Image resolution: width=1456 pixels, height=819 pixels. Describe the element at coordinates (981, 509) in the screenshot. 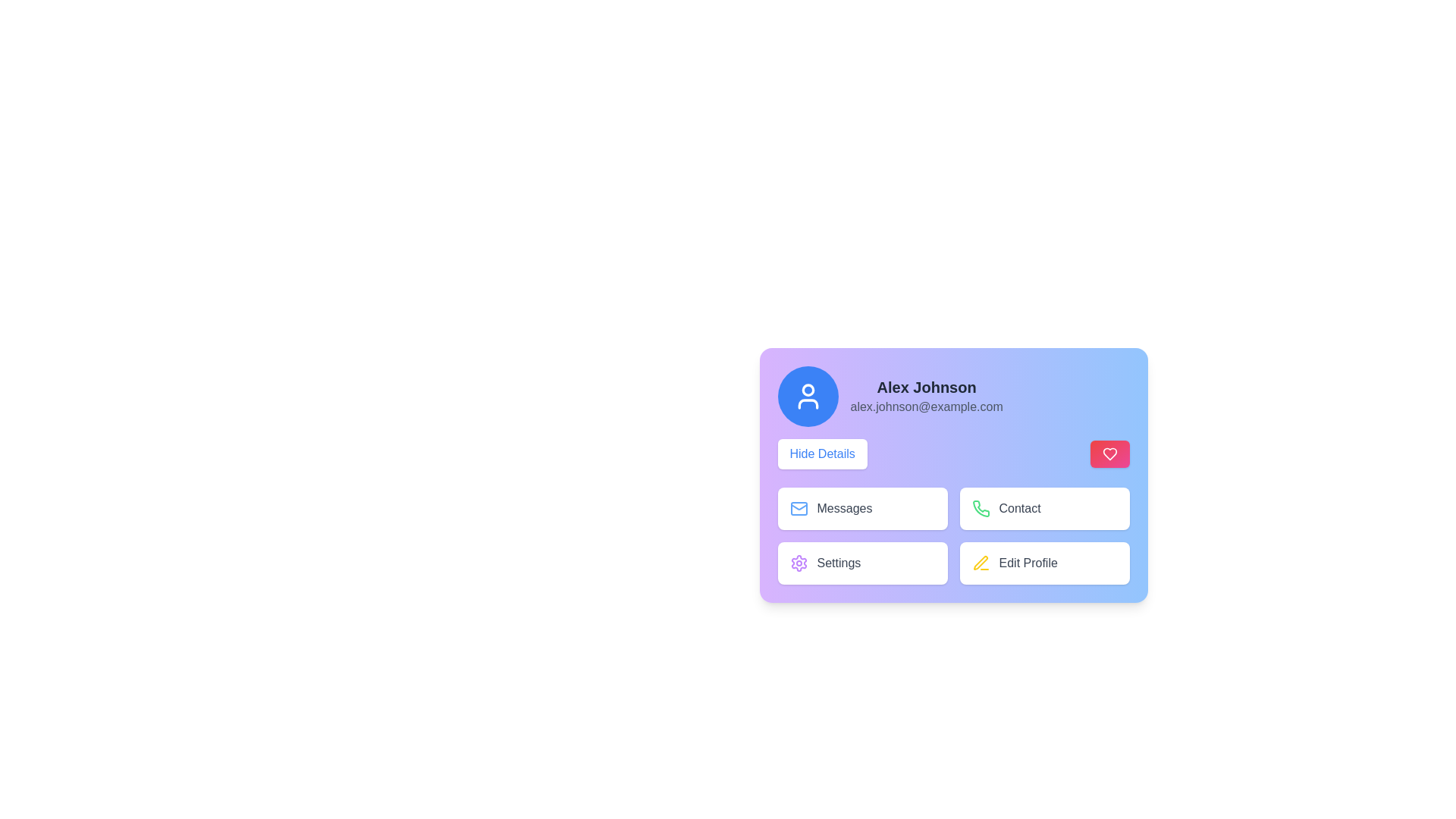

I see `the phone or call icon located in the top-right corner of the 'Contact' button within the card's second row` at that location.